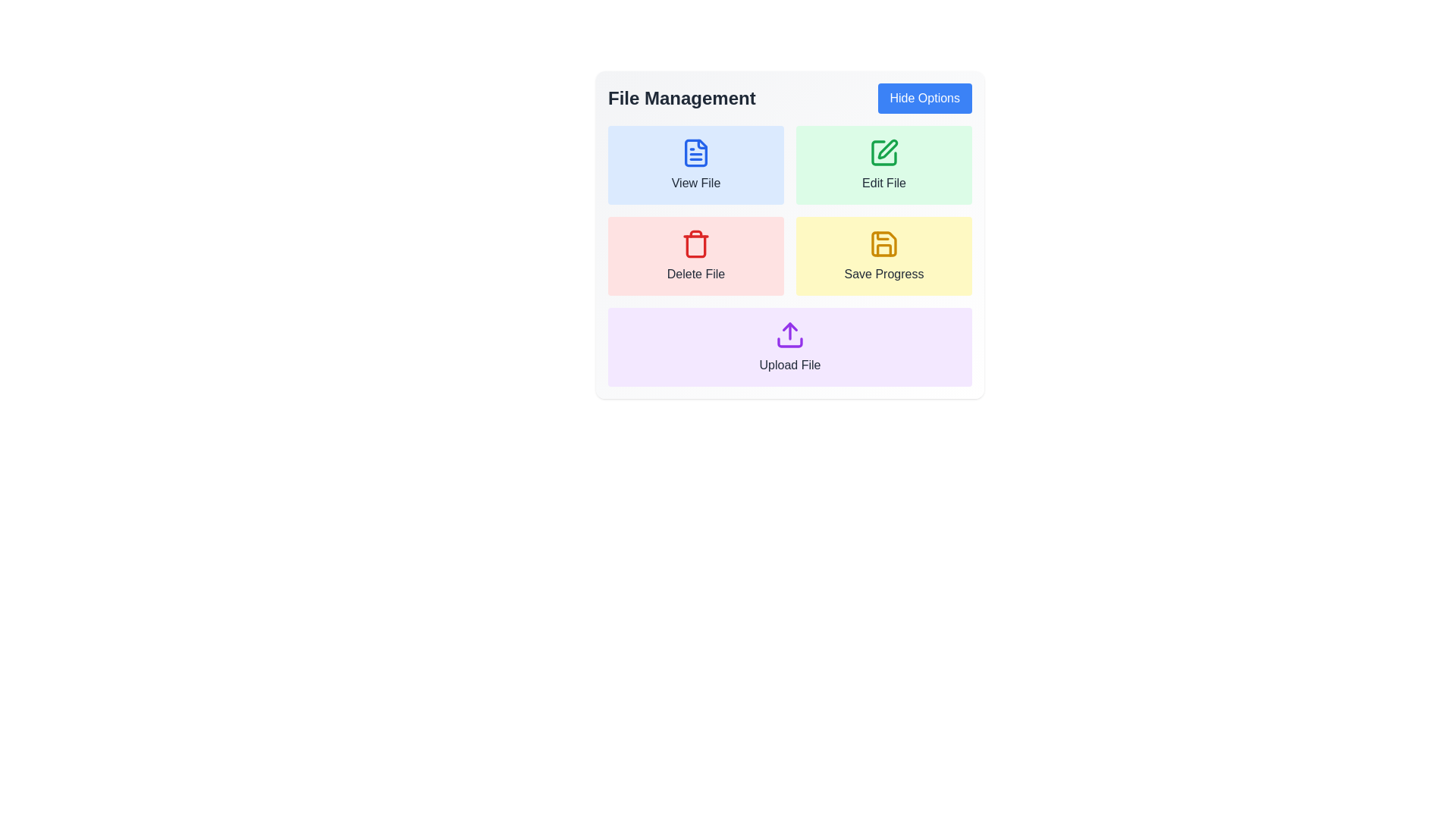 This screenshot has height=819, width=1456. Describe the element at coordinates (884, 183) in the screenshot. I see `the text label that describes the action of editing a file, located in the top-right region of the main grid layout, specifically in the third column of the first row` at that location.